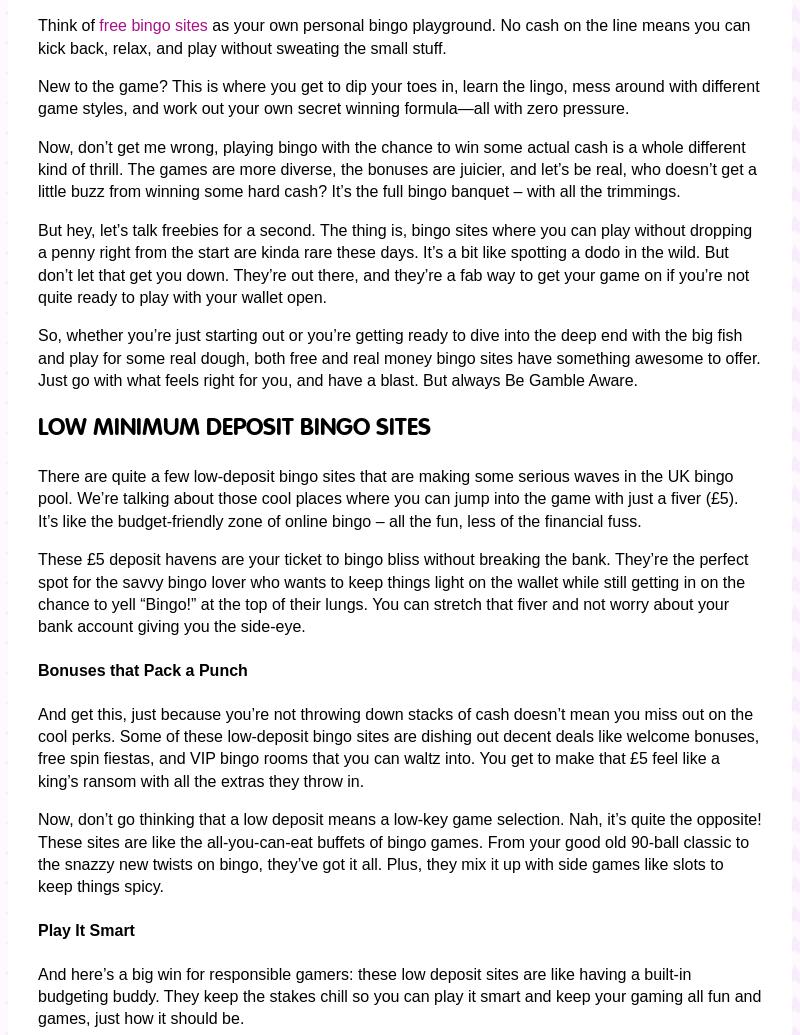 The image size is (800, 1035). Describe the element at coordinates (398, 994) in the screenshot. I see `'And here’s a big win for responsible gamers: these low deposit sites are like having a built-in budgeting buddy. They keep the stakes chill so you can play it smart and keep your gaming all fun and games, just how it should be.'` at that location.